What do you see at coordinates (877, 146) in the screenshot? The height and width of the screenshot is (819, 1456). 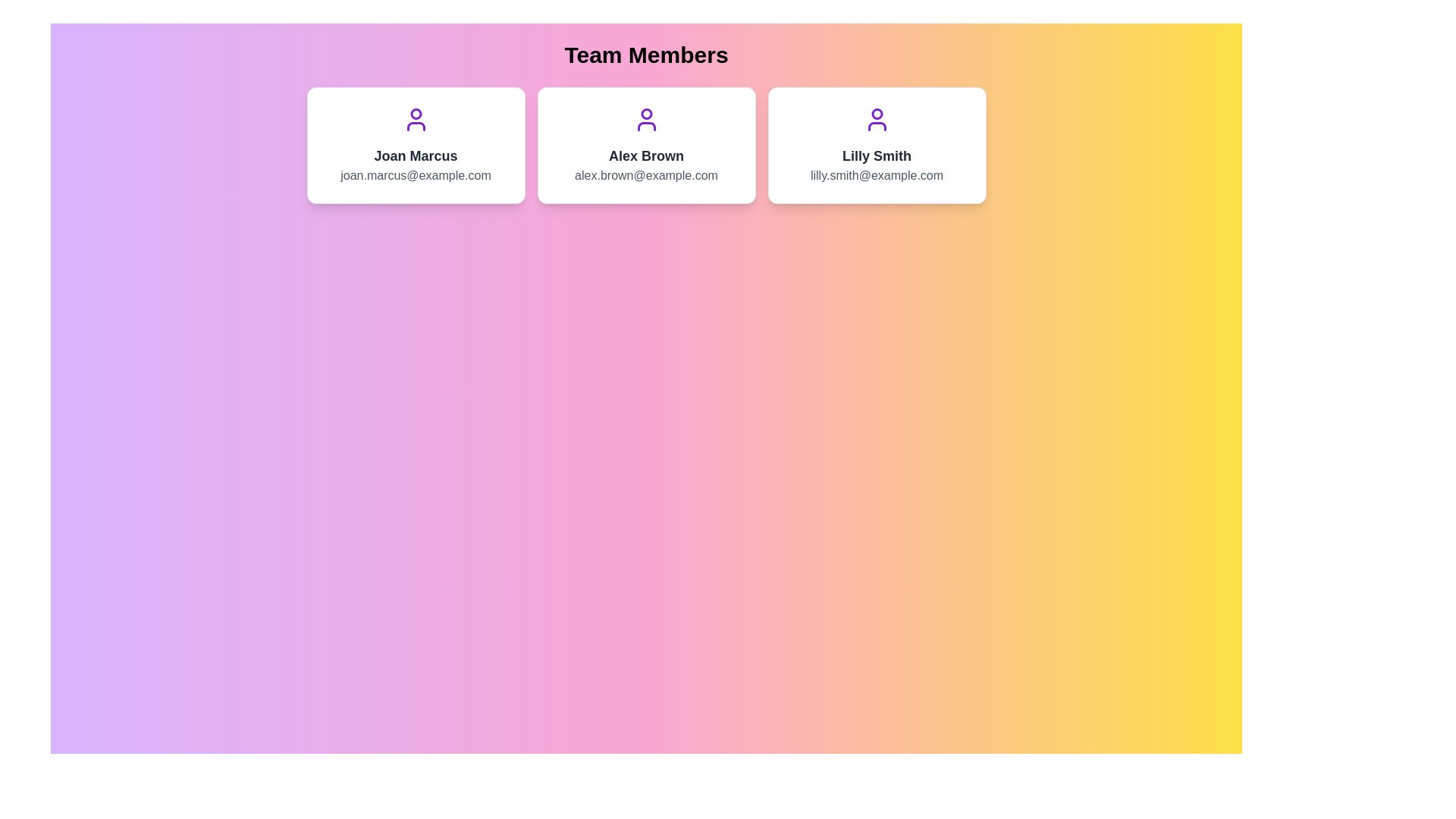 I see `the user profile card displaying the name and email address, which is the third element in a three-column grid layout and is located to the far right, adjacent to the 'Alex Brown' card` at bounding box center [877, 146].